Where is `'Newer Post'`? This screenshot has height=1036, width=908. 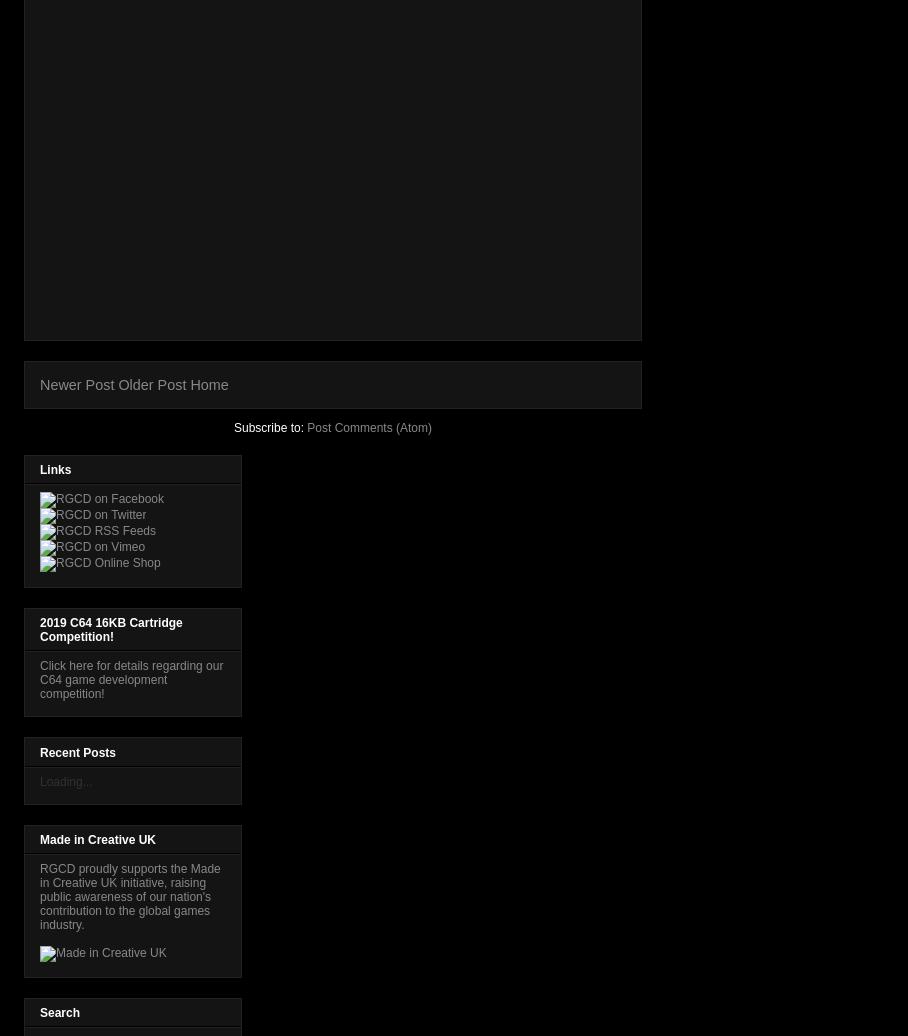 'Newer Post' is located at coordinates (75, 384).